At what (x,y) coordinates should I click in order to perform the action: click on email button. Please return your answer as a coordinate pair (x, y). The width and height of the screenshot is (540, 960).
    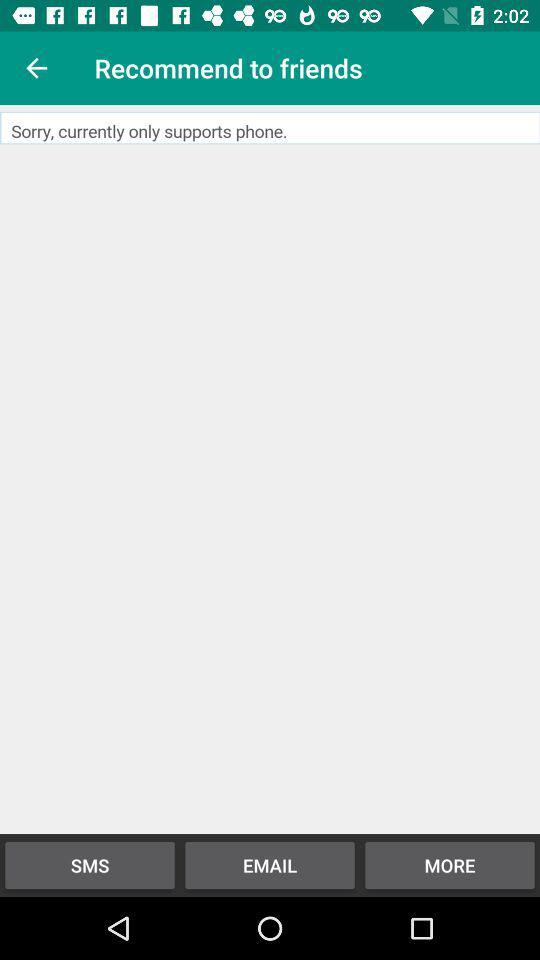
    Looking at the image, I should click on (270, 469).